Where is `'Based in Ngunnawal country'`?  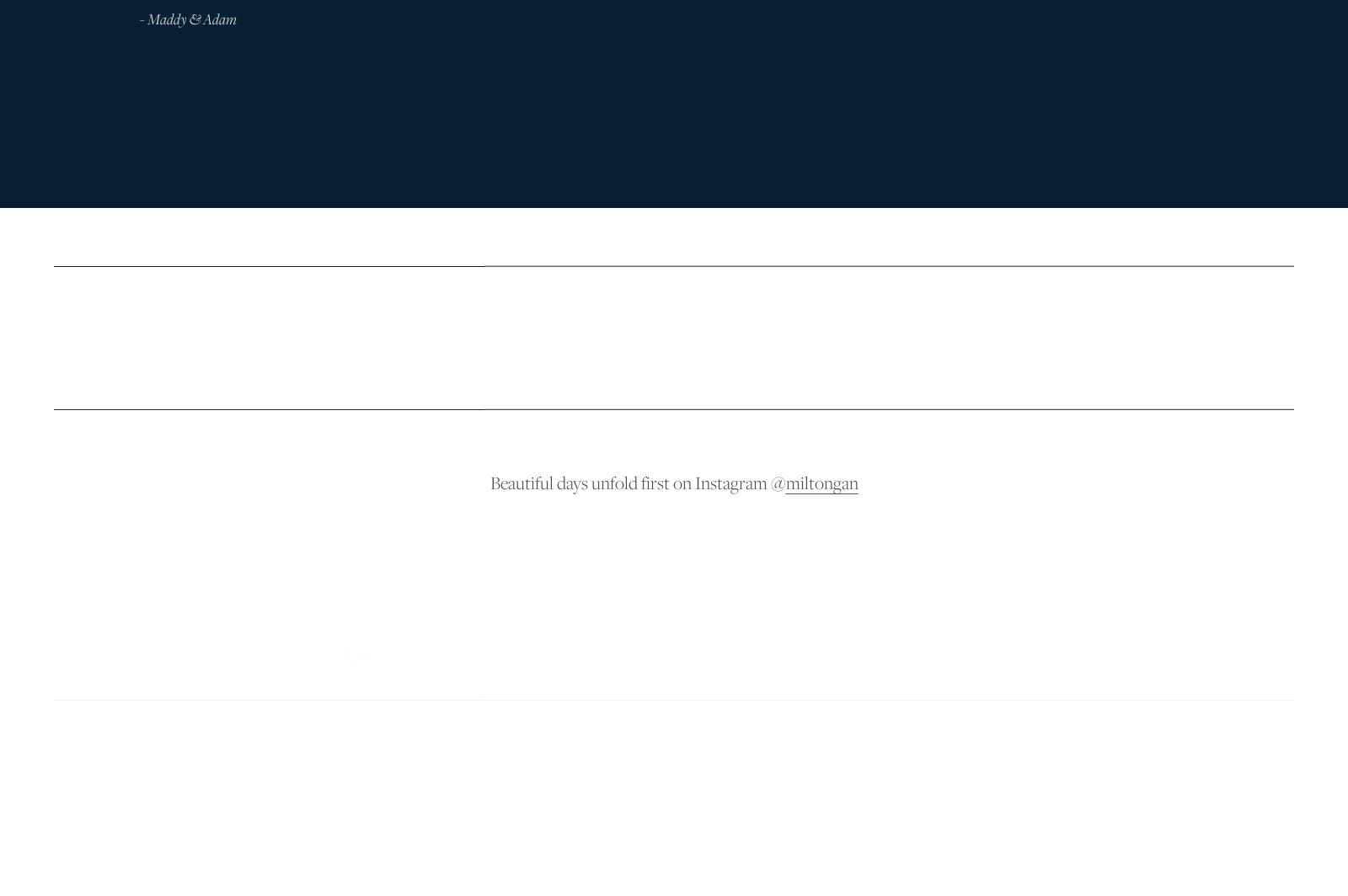
'Based in Ngunnawal country' is located at coordinates (131, 836).